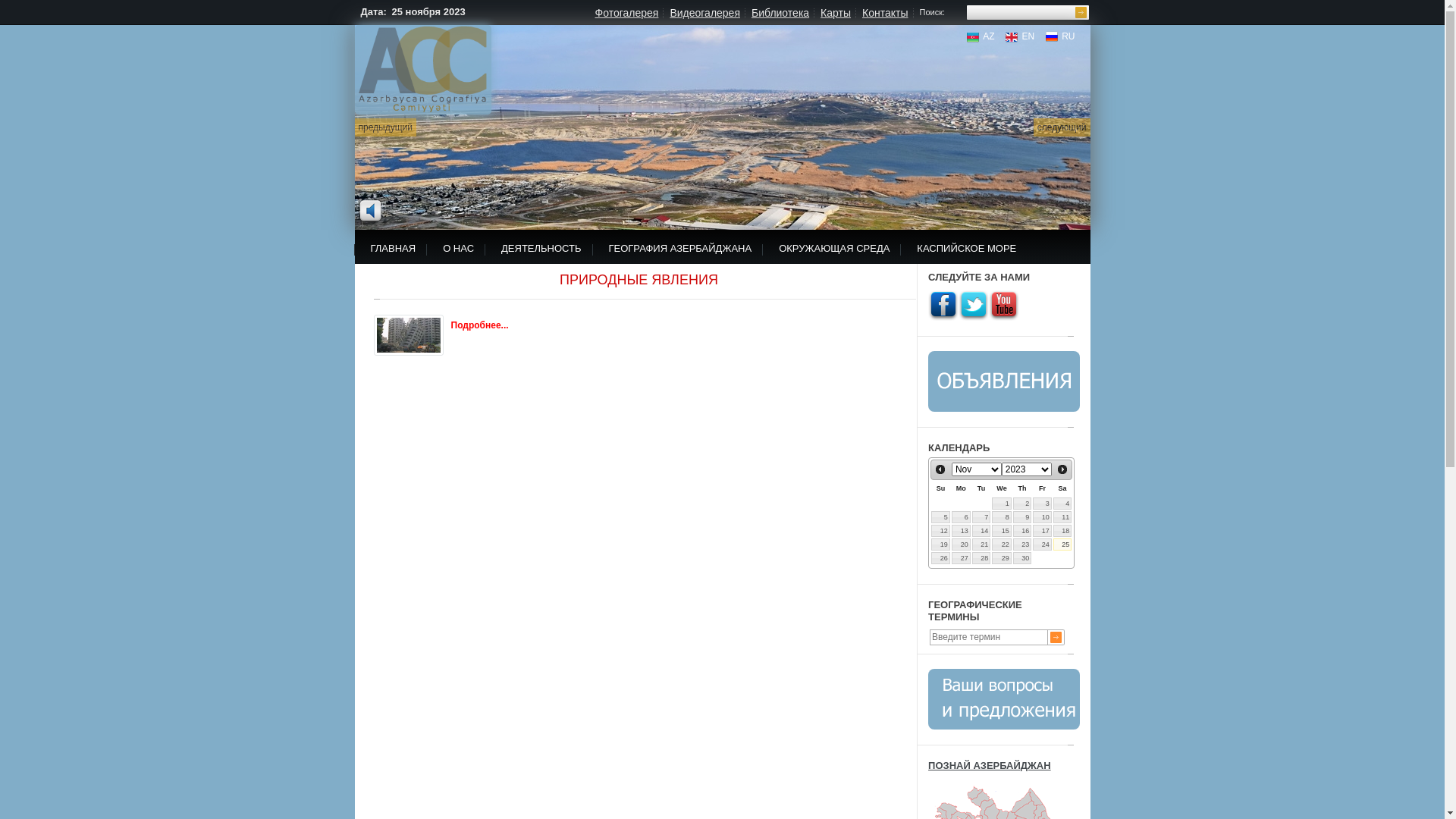 The height and width of the screenshot is (819, 1456). I want to click on '17', so click(1040, 529).